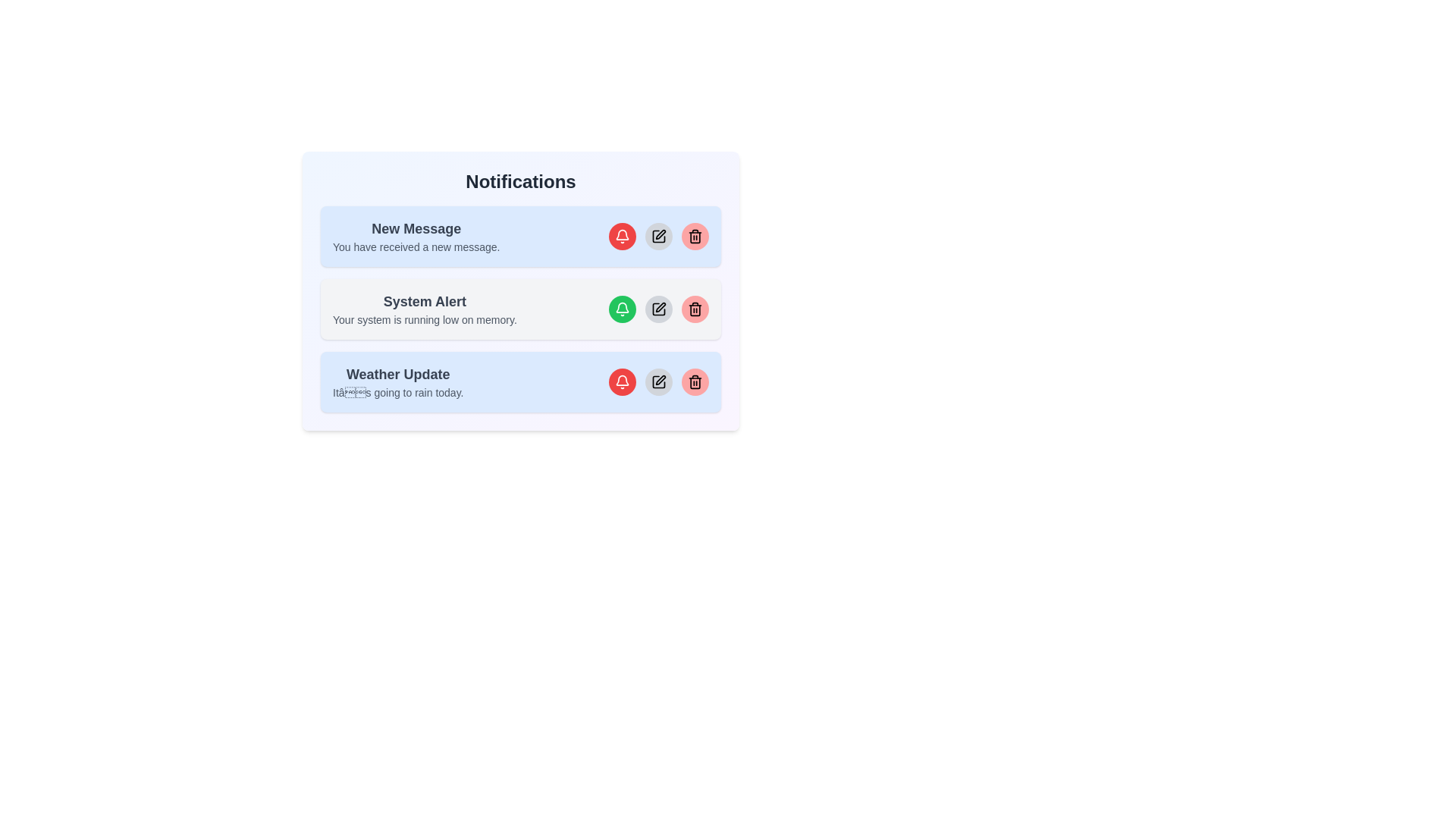  Describe the element at coordinates (658, 309) in the screenshot. I see `the edit button for the notification titled 'System Alert'` at that location.